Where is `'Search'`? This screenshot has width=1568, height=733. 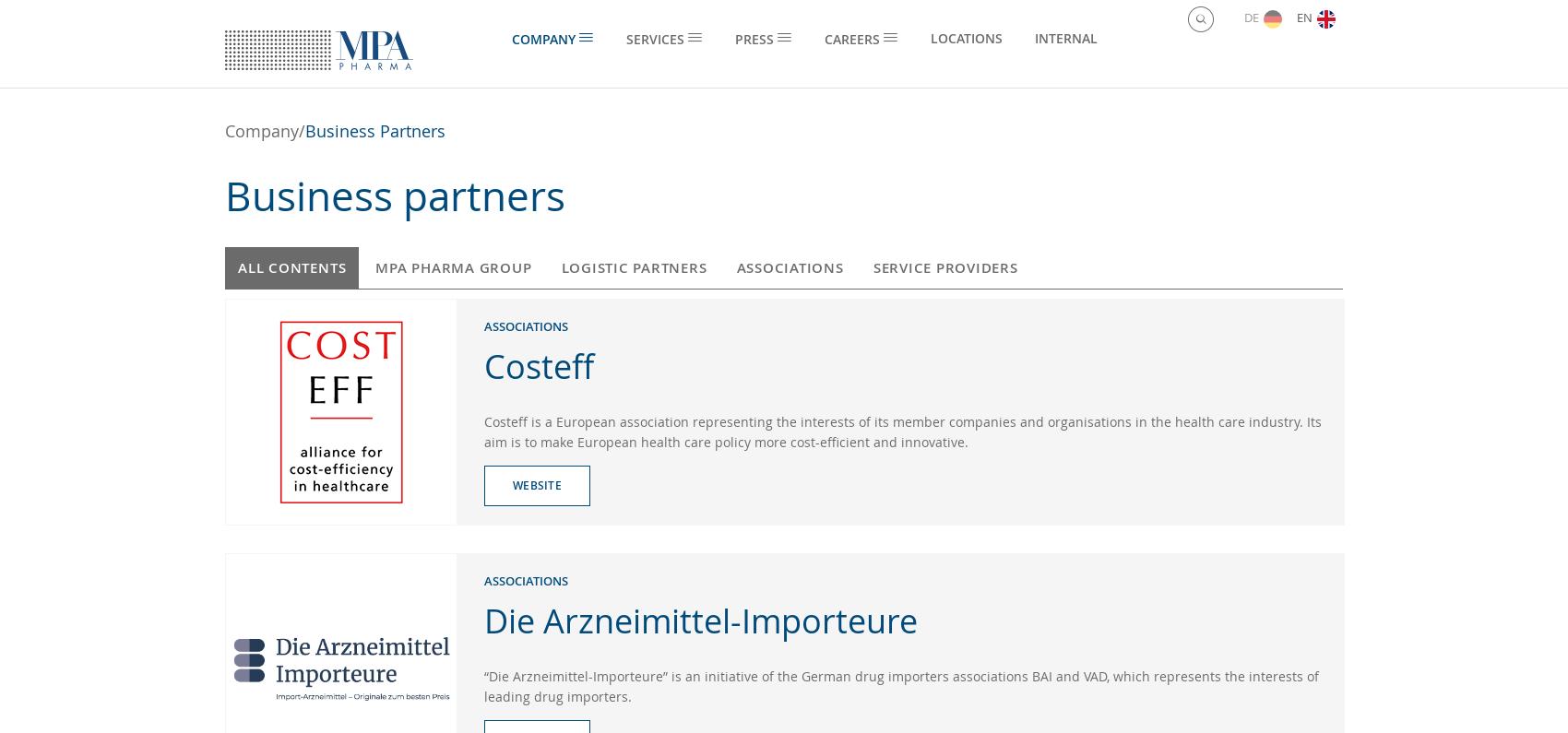
'Search' is located at coordinates (1235, 21).